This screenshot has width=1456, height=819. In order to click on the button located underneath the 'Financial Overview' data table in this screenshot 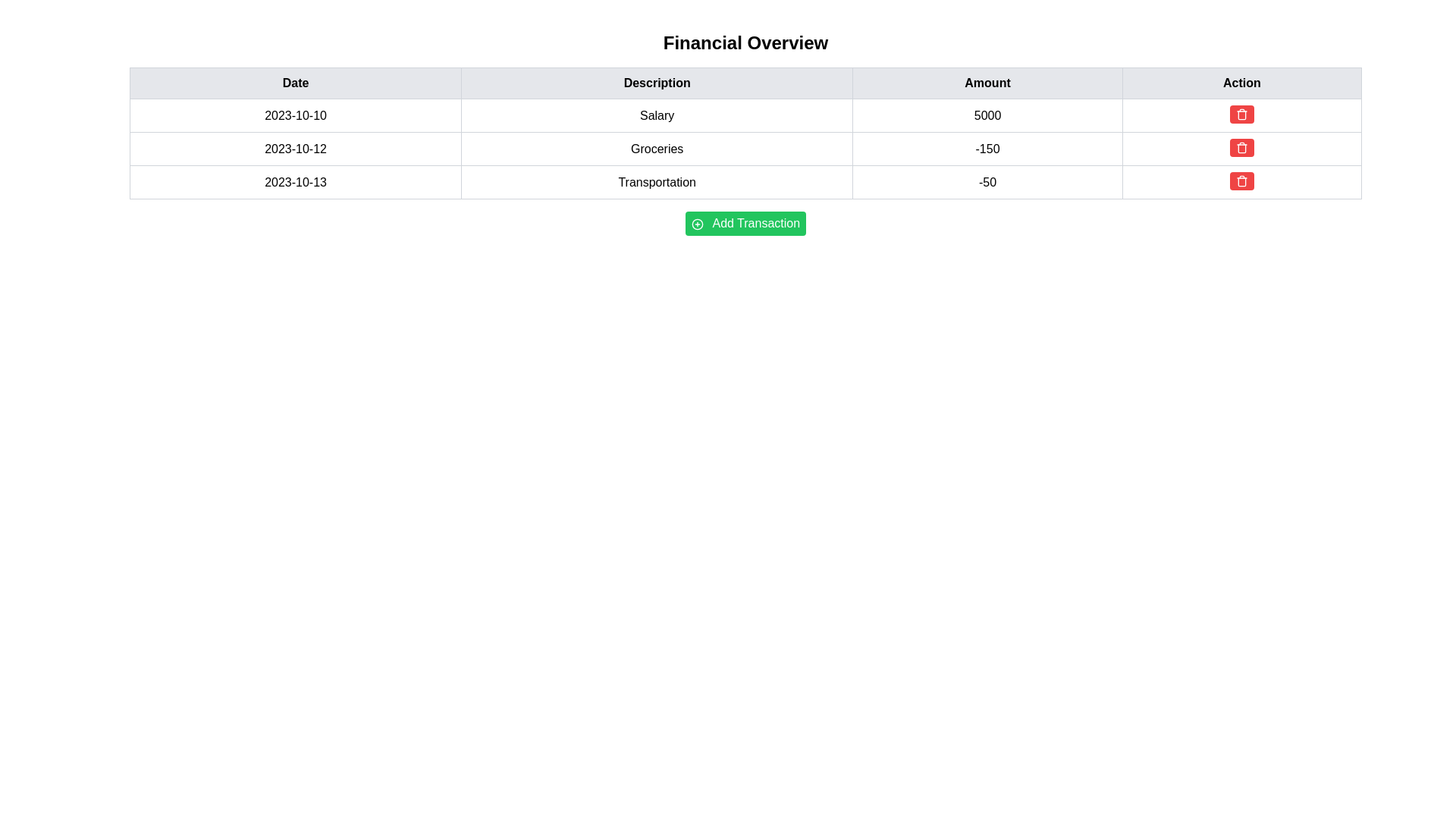, I will do `click(745, 223)`.